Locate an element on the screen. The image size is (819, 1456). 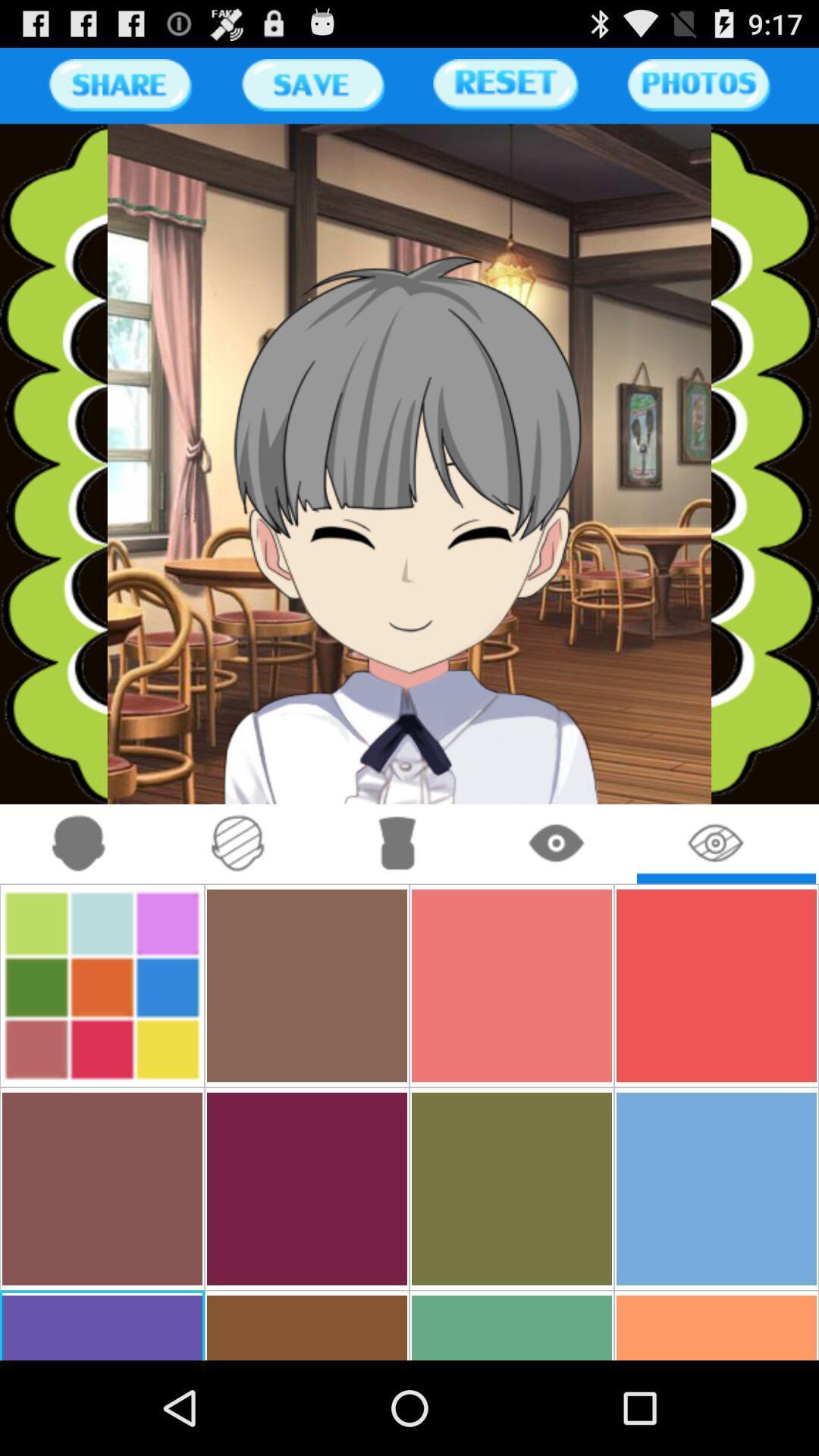
share the page is located at coordinates (119, 84).